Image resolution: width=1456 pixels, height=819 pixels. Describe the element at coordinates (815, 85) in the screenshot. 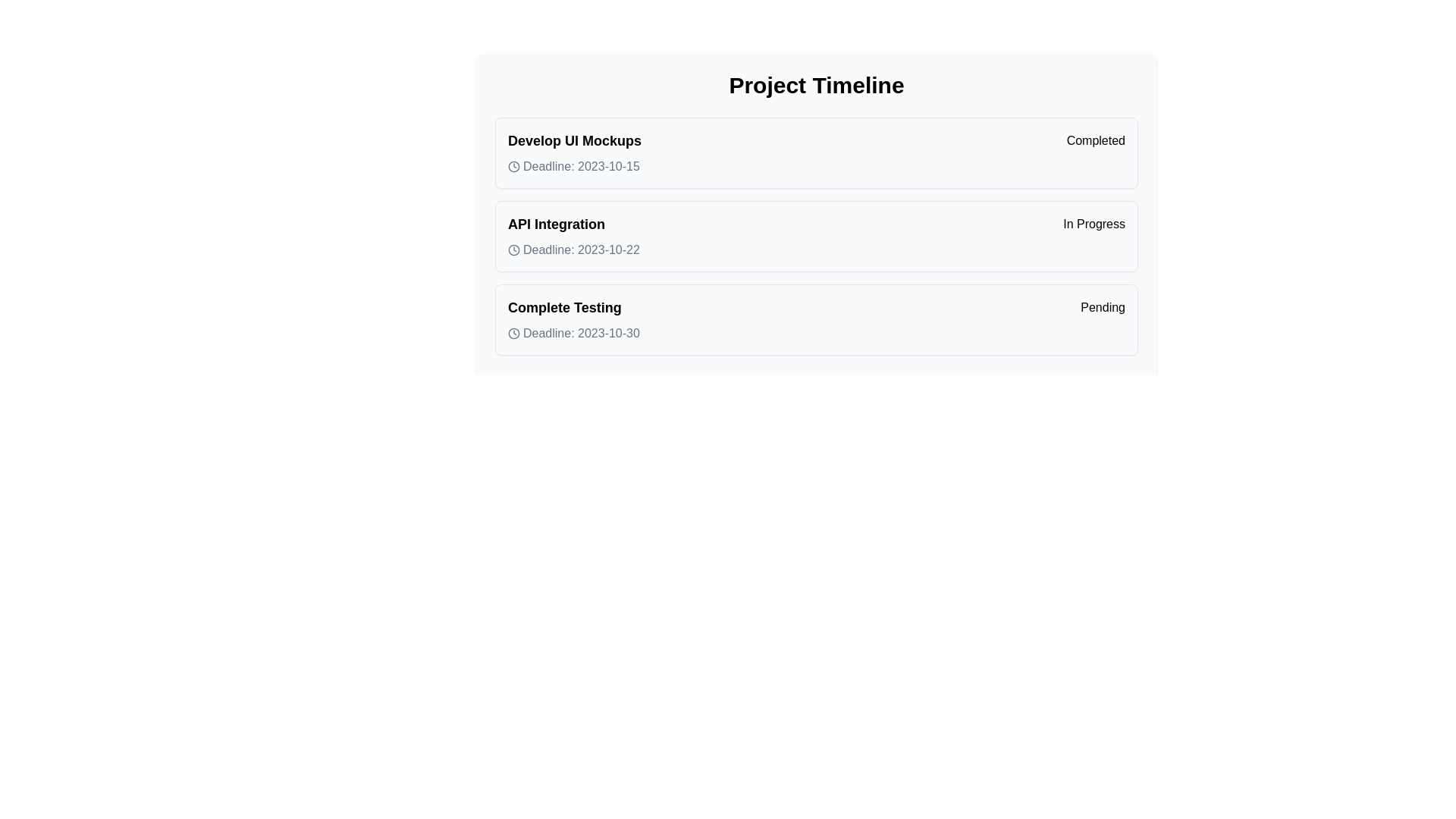

I see `the header text that describes the project's timeline for copying` at that location.